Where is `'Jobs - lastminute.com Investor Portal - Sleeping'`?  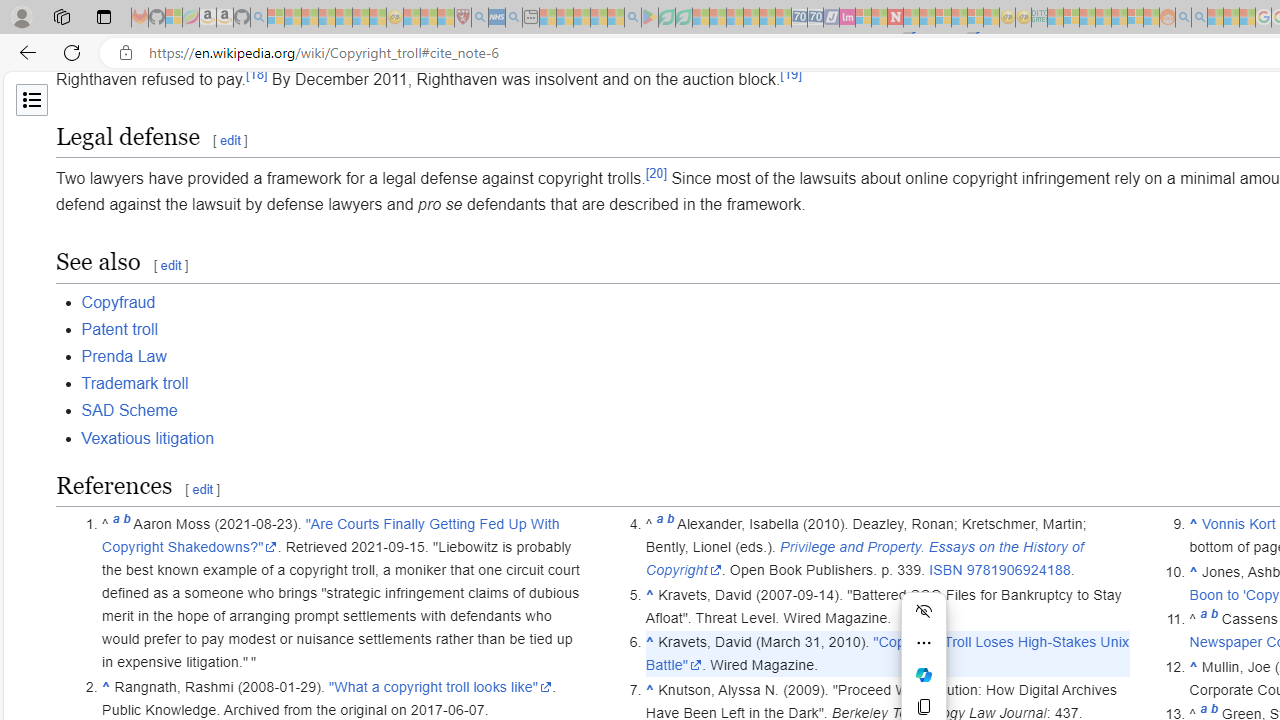
'Jobs - lastminute.com Investor Portal - Sleeping' is located at coordinates (847, 17).